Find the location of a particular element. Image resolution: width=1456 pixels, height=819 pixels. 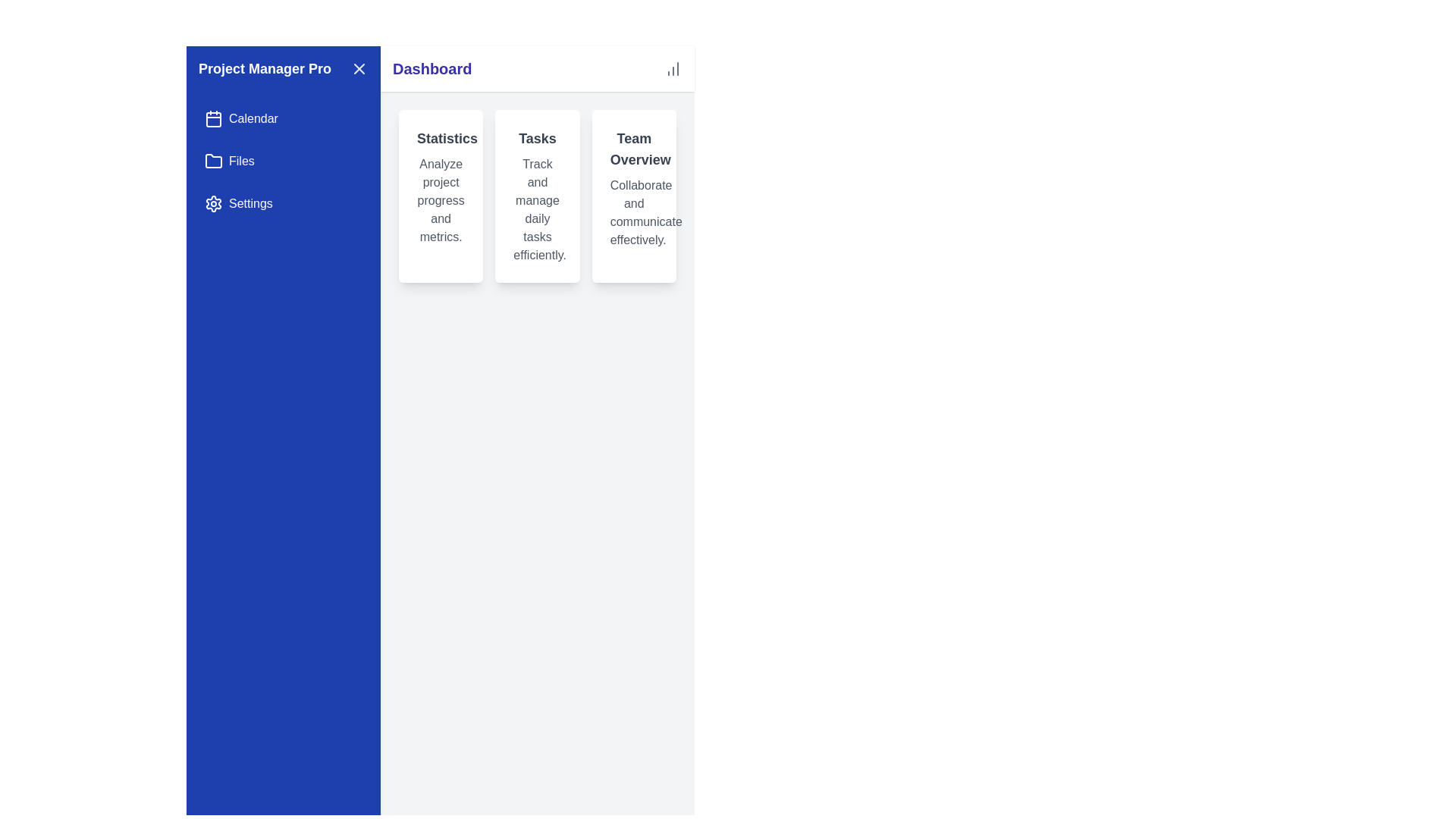

the folder icon in the vertical navigation menu is located at coordinates (213, 161).